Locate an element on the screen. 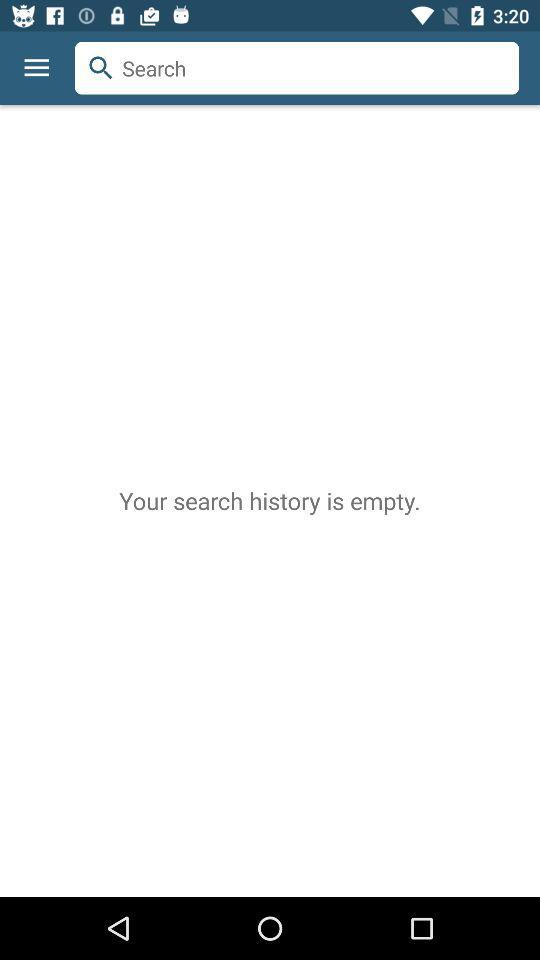 Image resolution: width=540 pixels, height=960 pixels. search box is located at coordinates (296, 68).